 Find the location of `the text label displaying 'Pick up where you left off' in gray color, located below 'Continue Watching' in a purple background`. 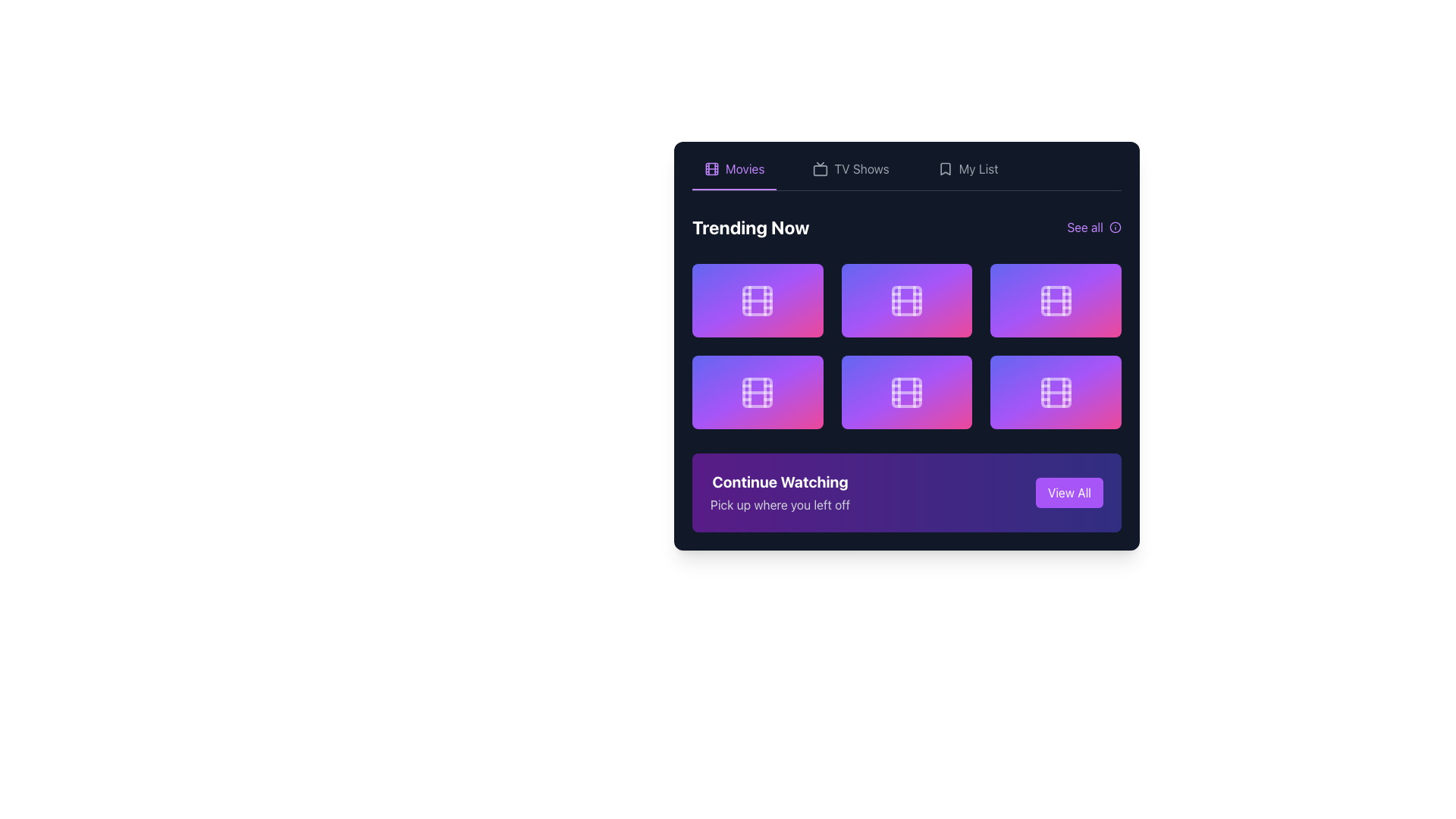

the text label displaying 'Pick up where you left off' in gray color, located below 'Continue Watching' in a purple background is located at coordinates (780, 505).